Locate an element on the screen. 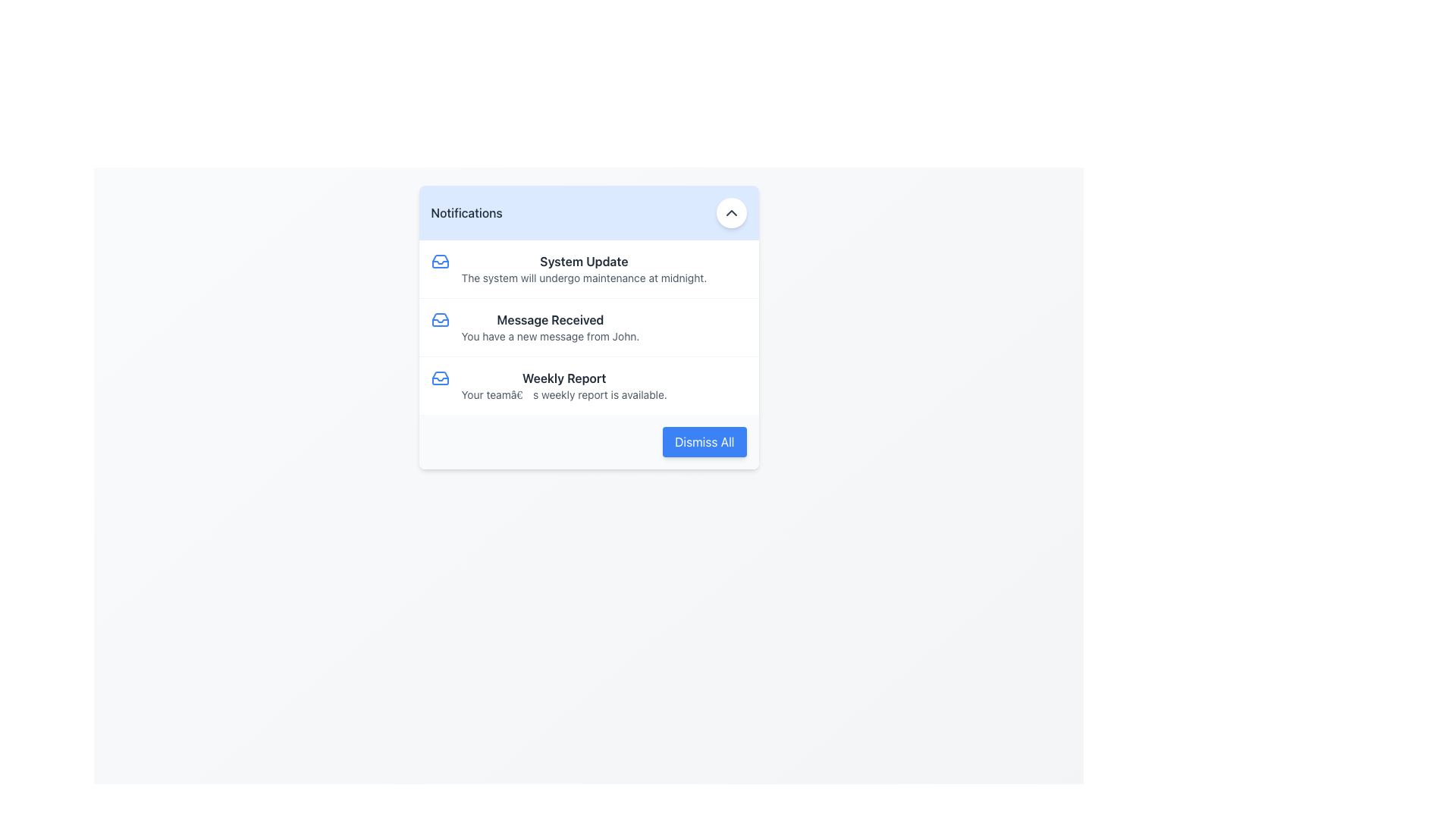 This screenshot has width=1456, height=819. the blue inbox icon located at the upper left corner of the 'System Update' notification to read the related message is located at coordinates (439, 260).